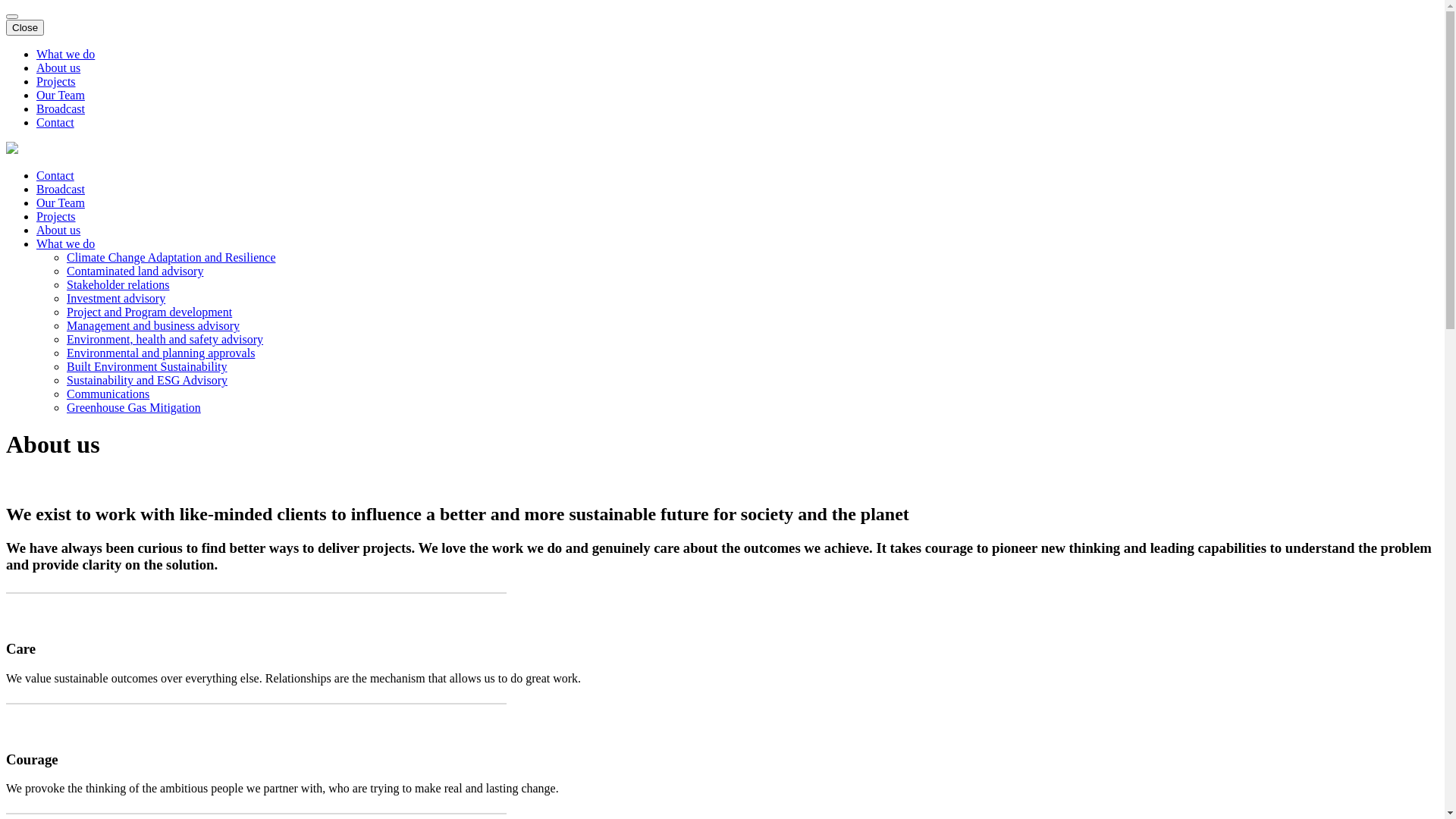  I want to click on 'Investment advisory', so click(65, 298).